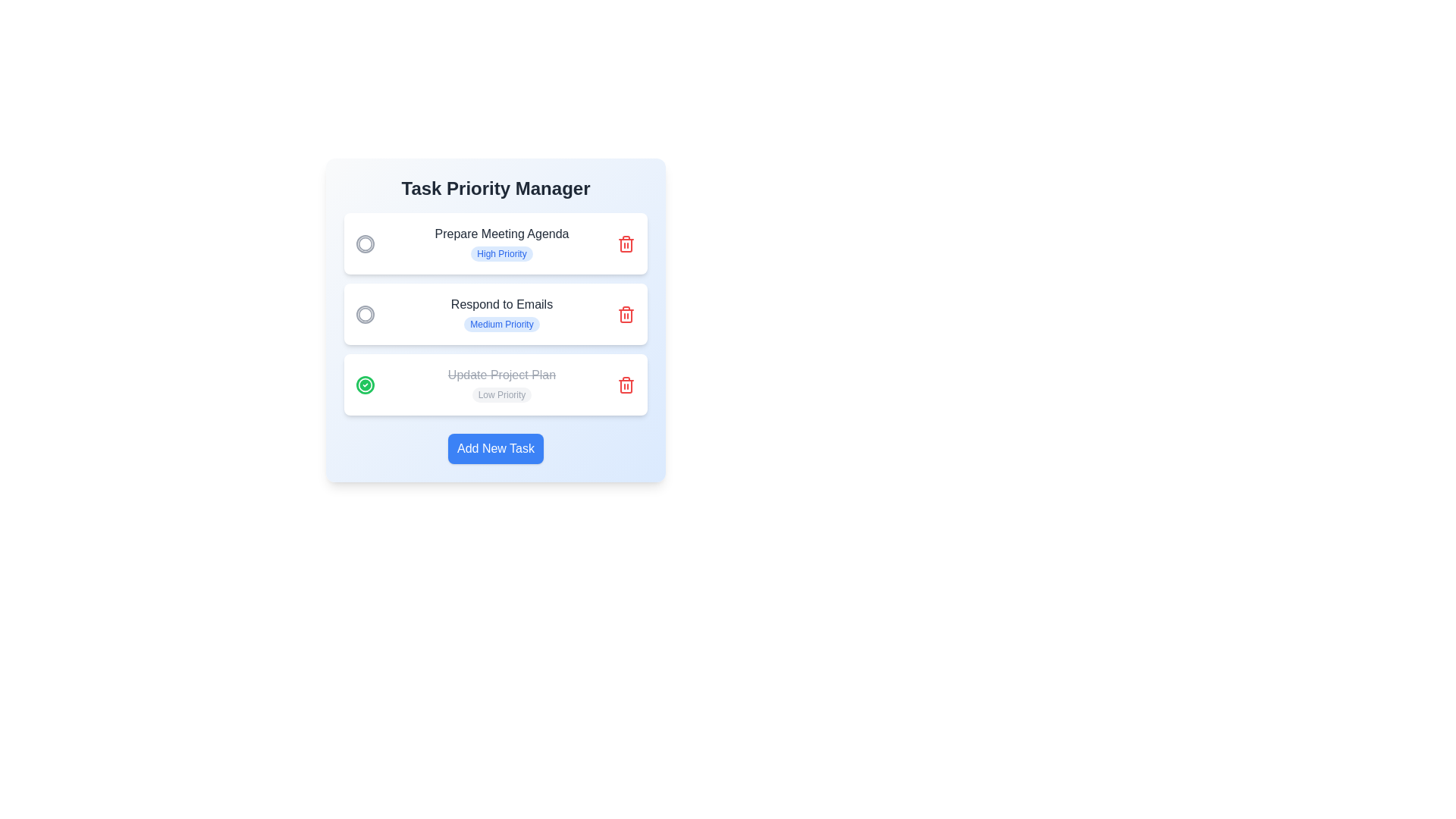  Describe the element at coordinates (365, 313) in the screenshot. I see `the interactive icon or indicator, a circle with a distinct border, located to the far left of the 'Prepare Meeting Agenda - High Priority' task row, to change its state` at that location.